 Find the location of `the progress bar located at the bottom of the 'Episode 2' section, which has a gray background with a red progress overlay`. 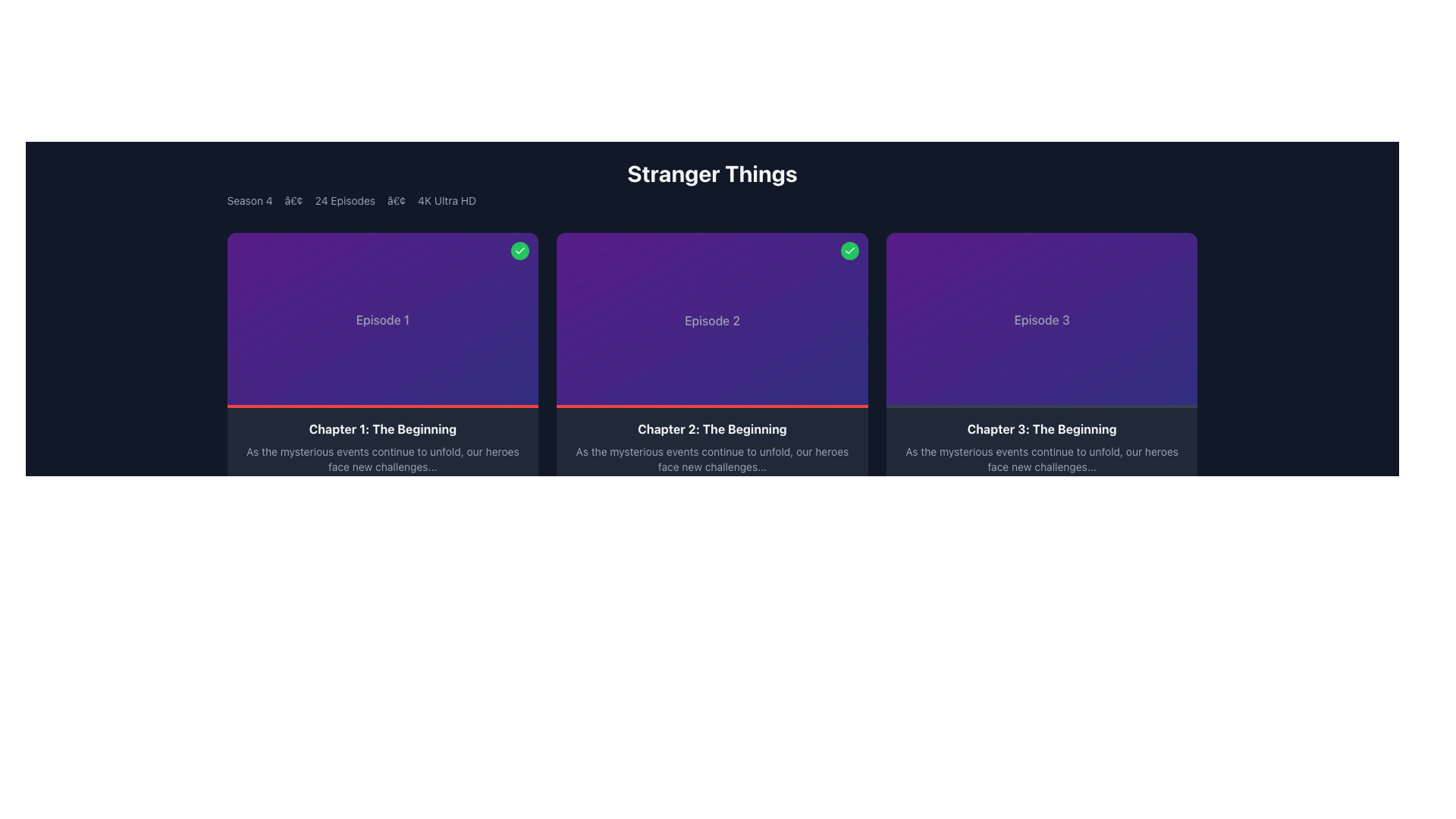

the progress bar located at the bottom of the 'Episode 2' section, which has a gray background with a red progress overlay is located at coordinates (711, 406).